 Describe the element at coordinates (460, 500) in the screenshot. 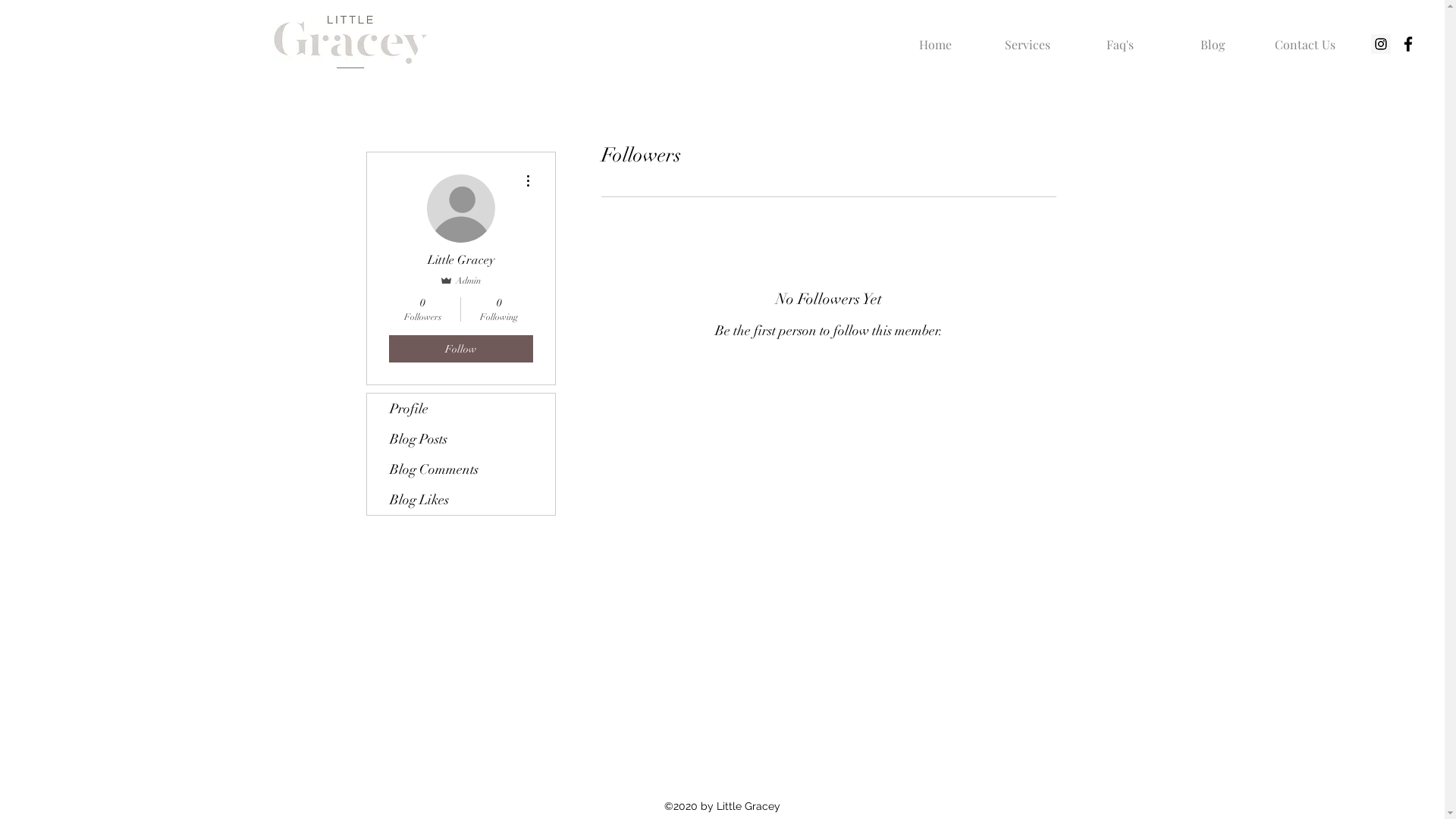

I see `'Blog Likes'` at that location.